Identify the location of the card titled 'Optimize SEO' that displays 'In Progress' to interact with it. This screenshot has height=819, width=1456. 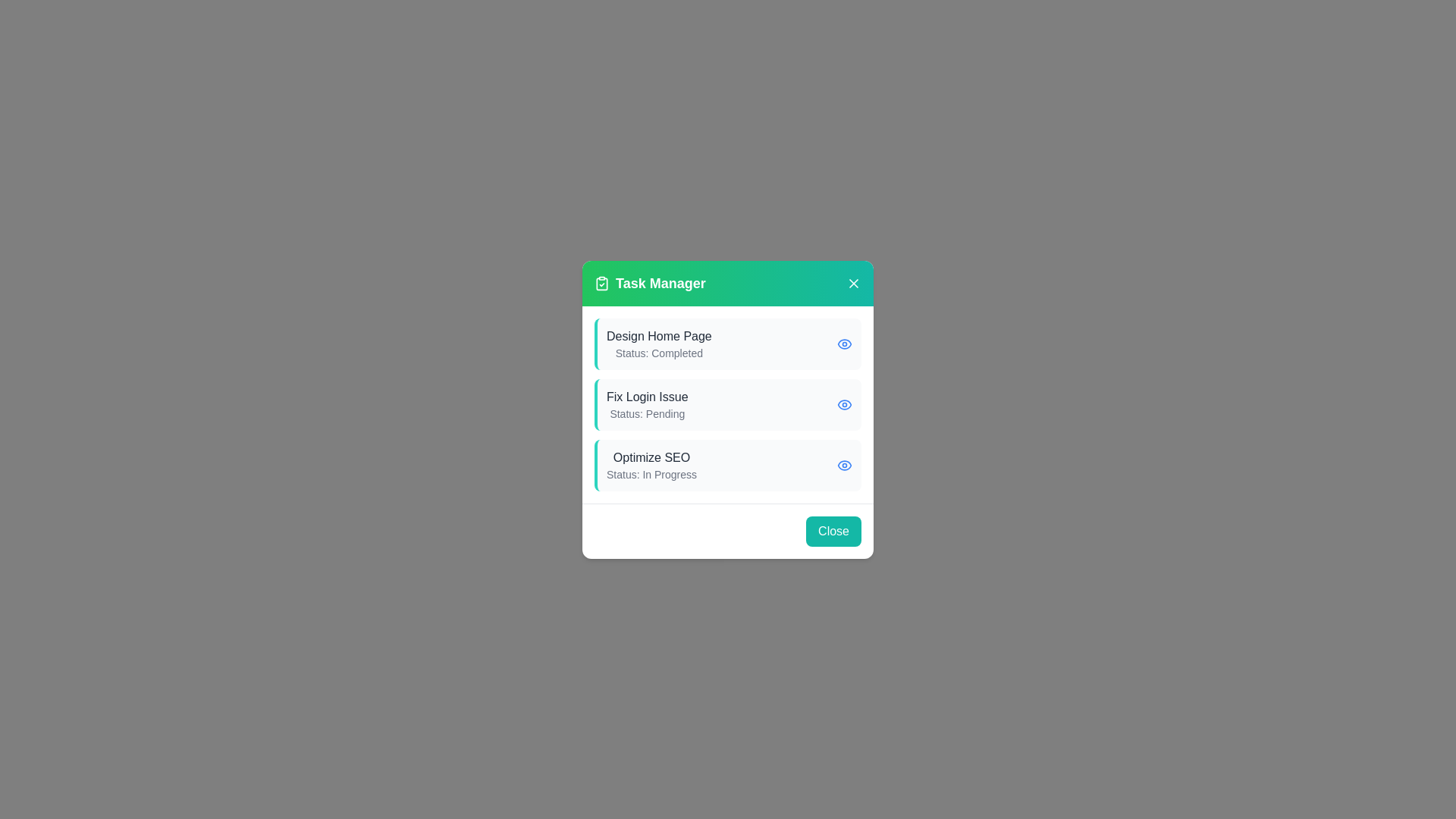
(728, 464).